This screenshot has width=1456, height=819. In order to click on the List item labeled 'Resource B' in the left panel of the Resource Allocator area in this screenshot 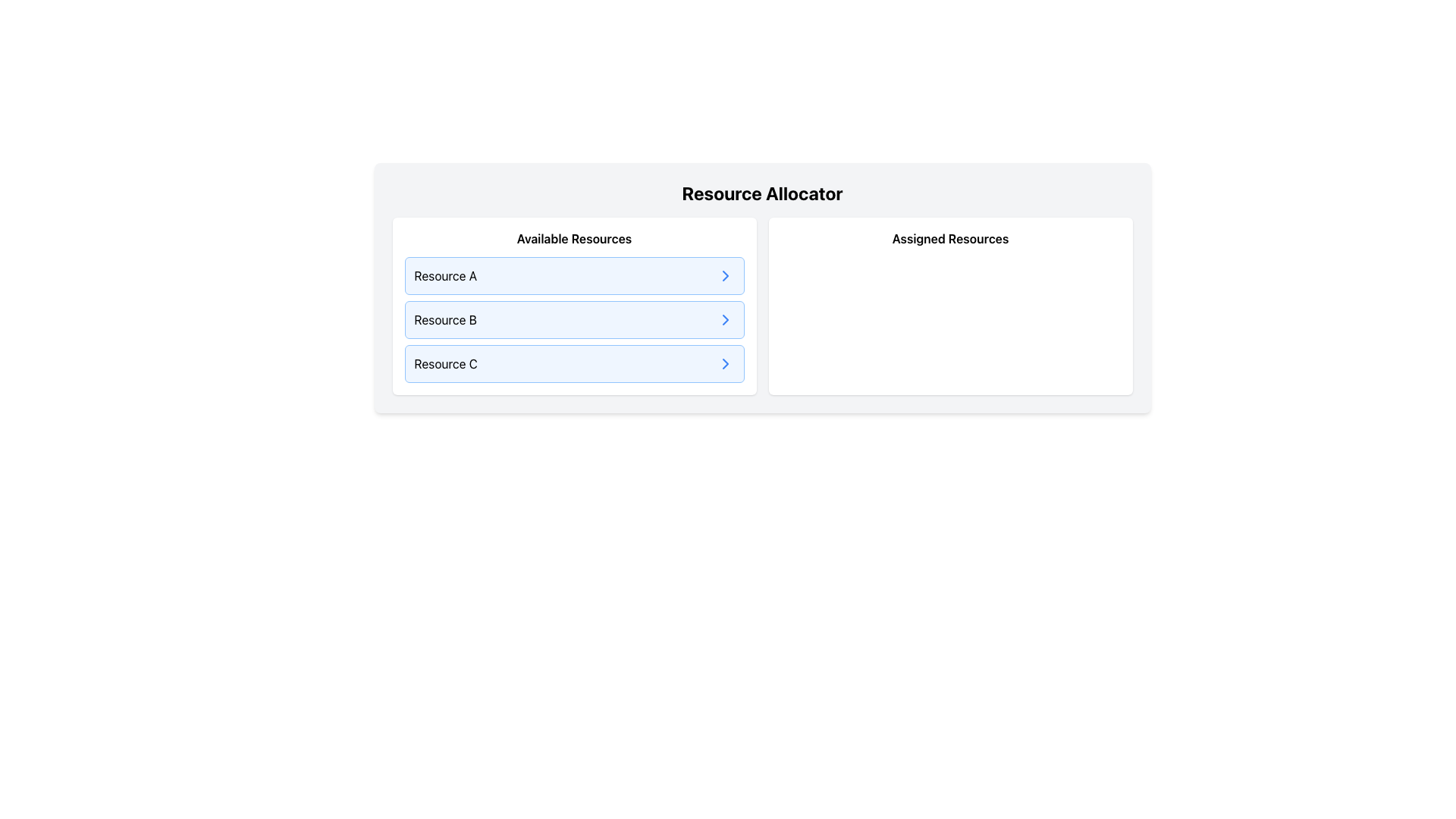, I will do `click(573, 318)`.